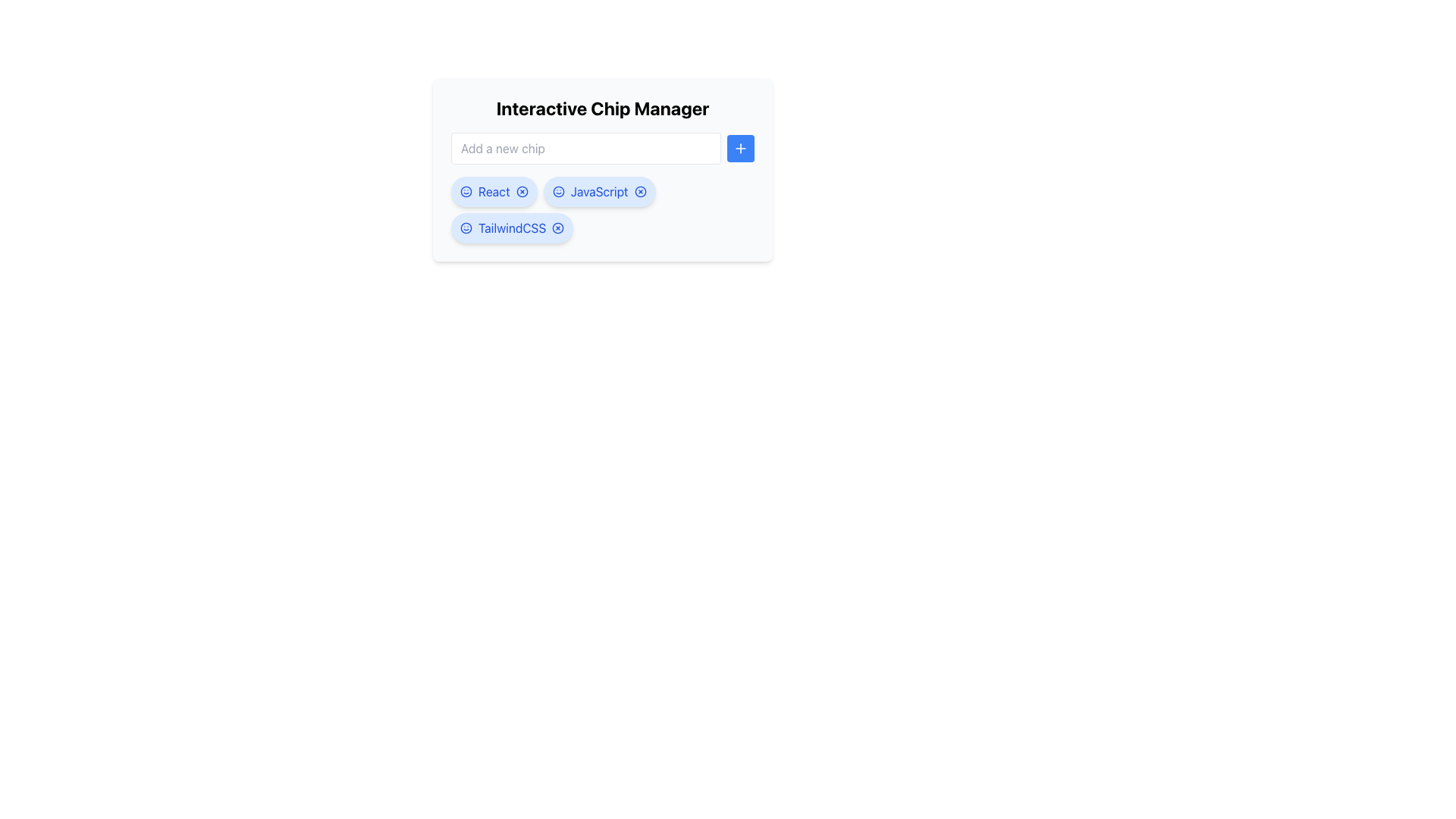 This screenshot has height=819, width=1456. I want to click on the close button associated with the 'JavaScript' chip to change its color, so click(640, 191).